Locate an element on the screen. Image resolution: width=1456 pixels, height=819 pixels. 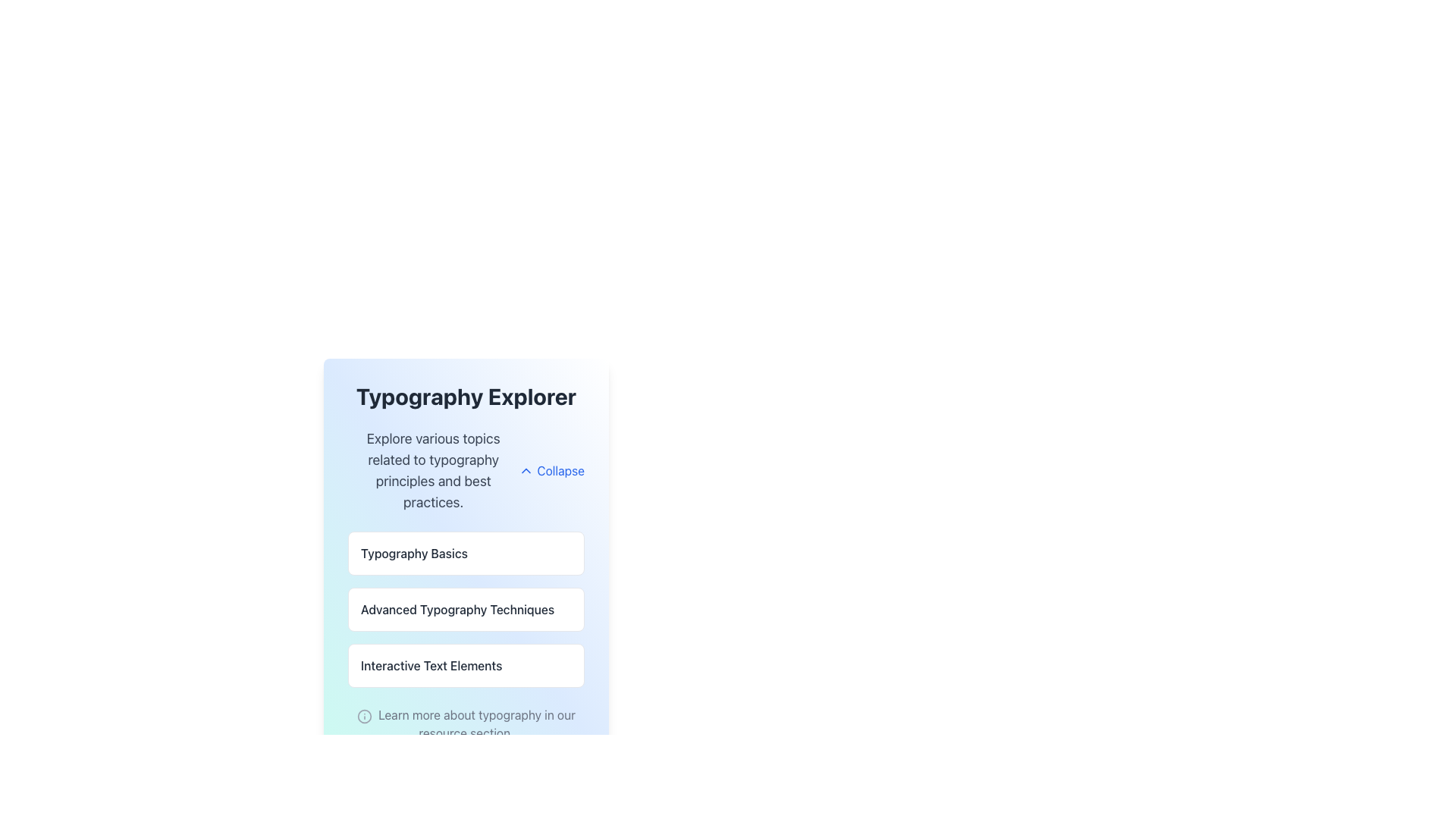
the toggle link located at the right end of the description block on the card is located at coordinates (551, 470).